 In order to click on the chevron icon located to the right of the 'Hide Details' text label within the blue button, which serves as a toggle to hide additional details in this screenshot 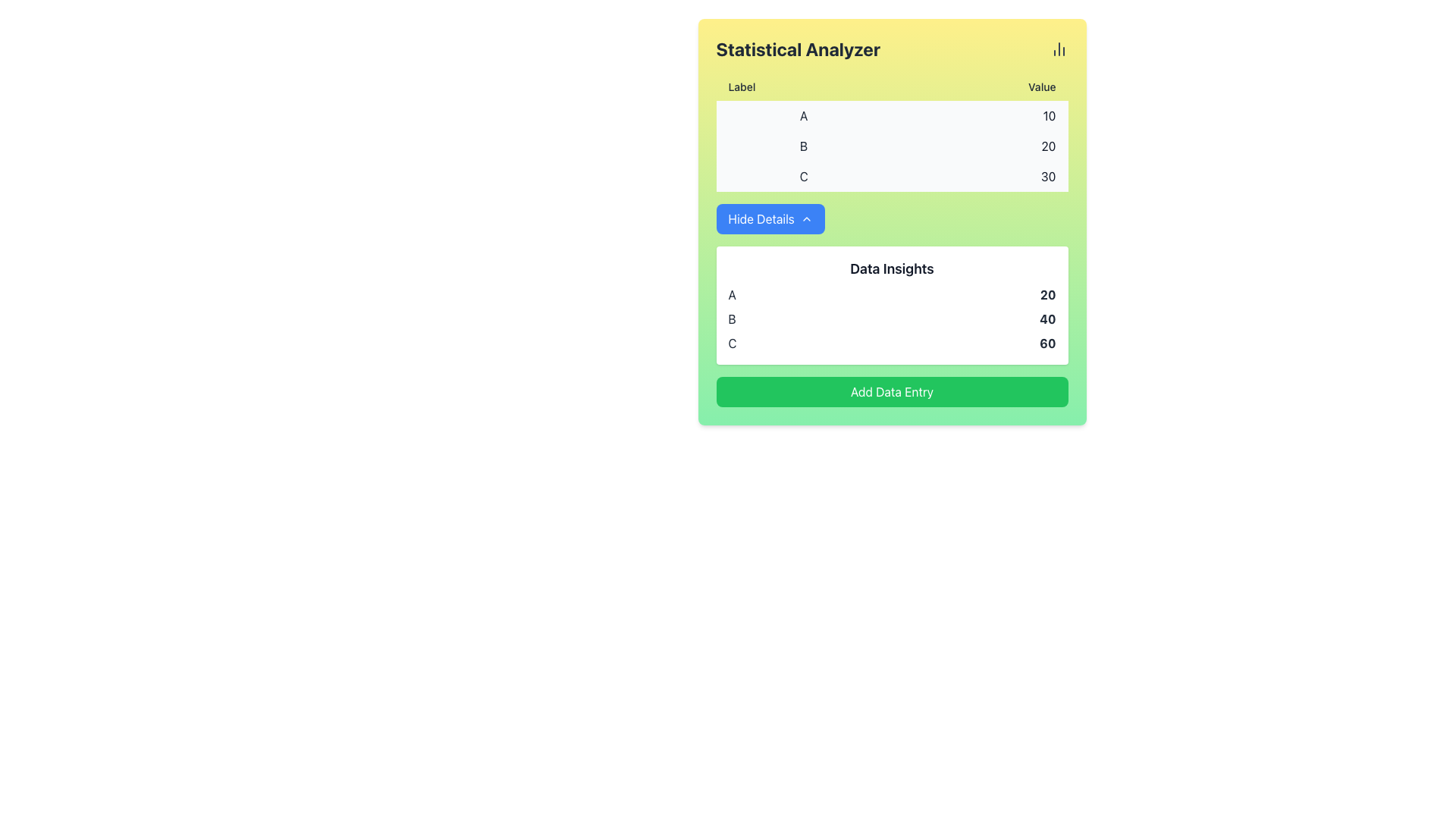, I will do `click(805, 219)`.